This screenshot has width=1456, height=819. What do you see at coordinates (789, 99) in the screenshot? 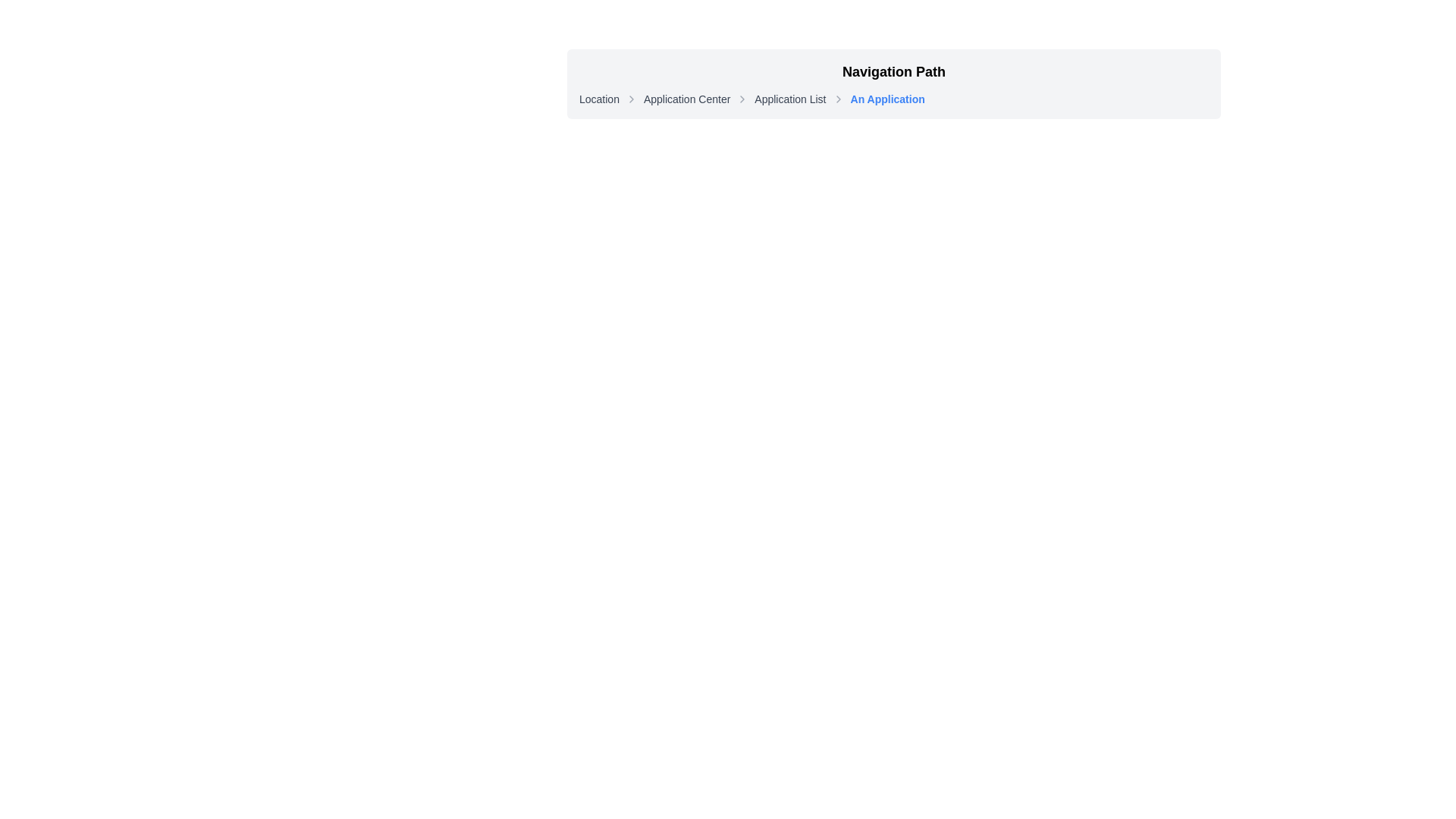
I see `the 'Application List' link, which is the third interactive text in the breadcrumb navigation` at bounding box center [789, 99].